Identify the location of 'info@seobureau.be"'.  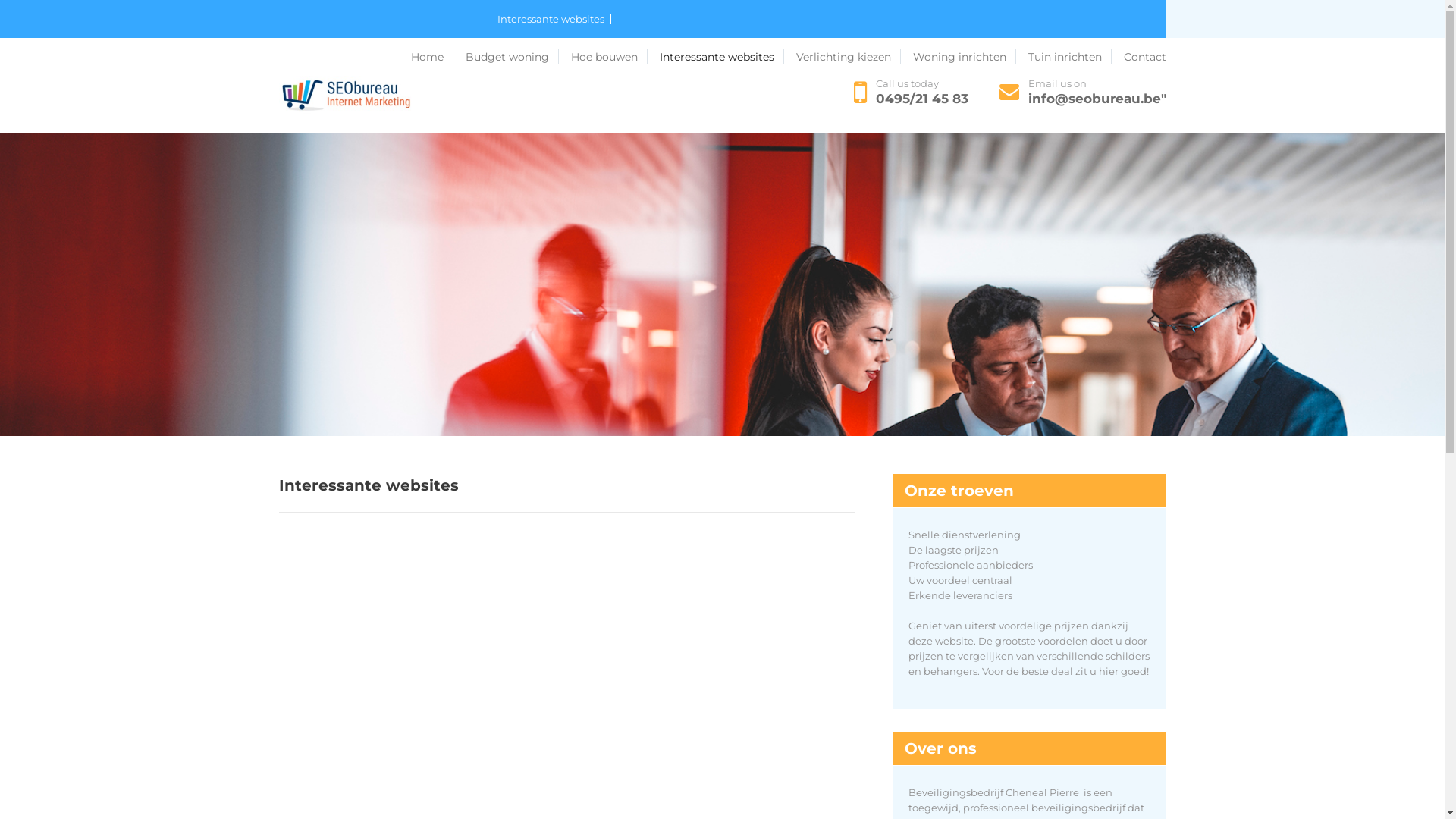
(1097, 99).